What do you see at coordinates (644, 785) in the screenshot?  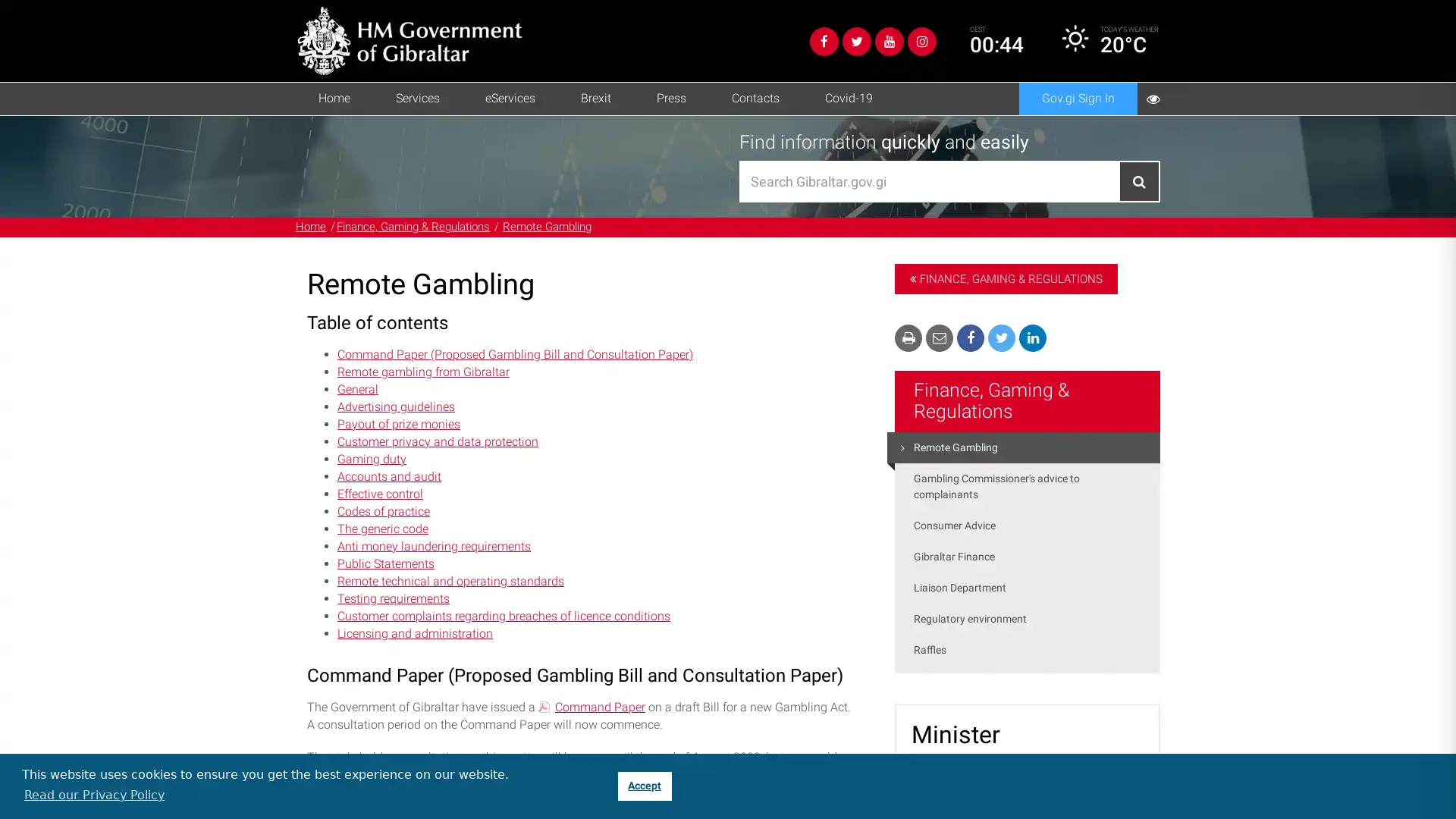 I see `dismiss cookie message` at bounding box center [644, 785].